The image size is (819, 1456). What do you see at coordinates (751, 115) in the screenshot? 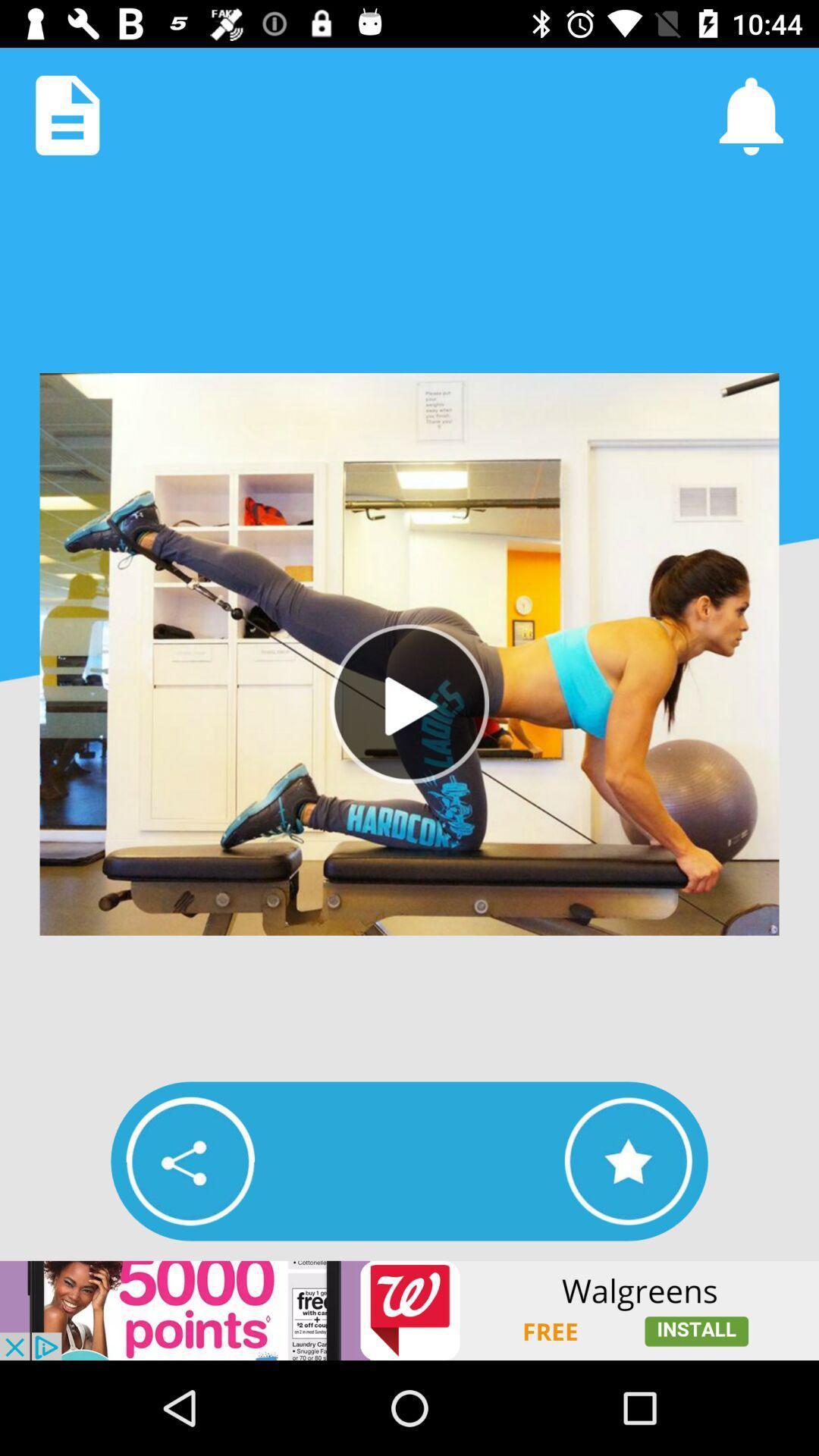
I see `enable notifications` at bounding box center [751, 115].